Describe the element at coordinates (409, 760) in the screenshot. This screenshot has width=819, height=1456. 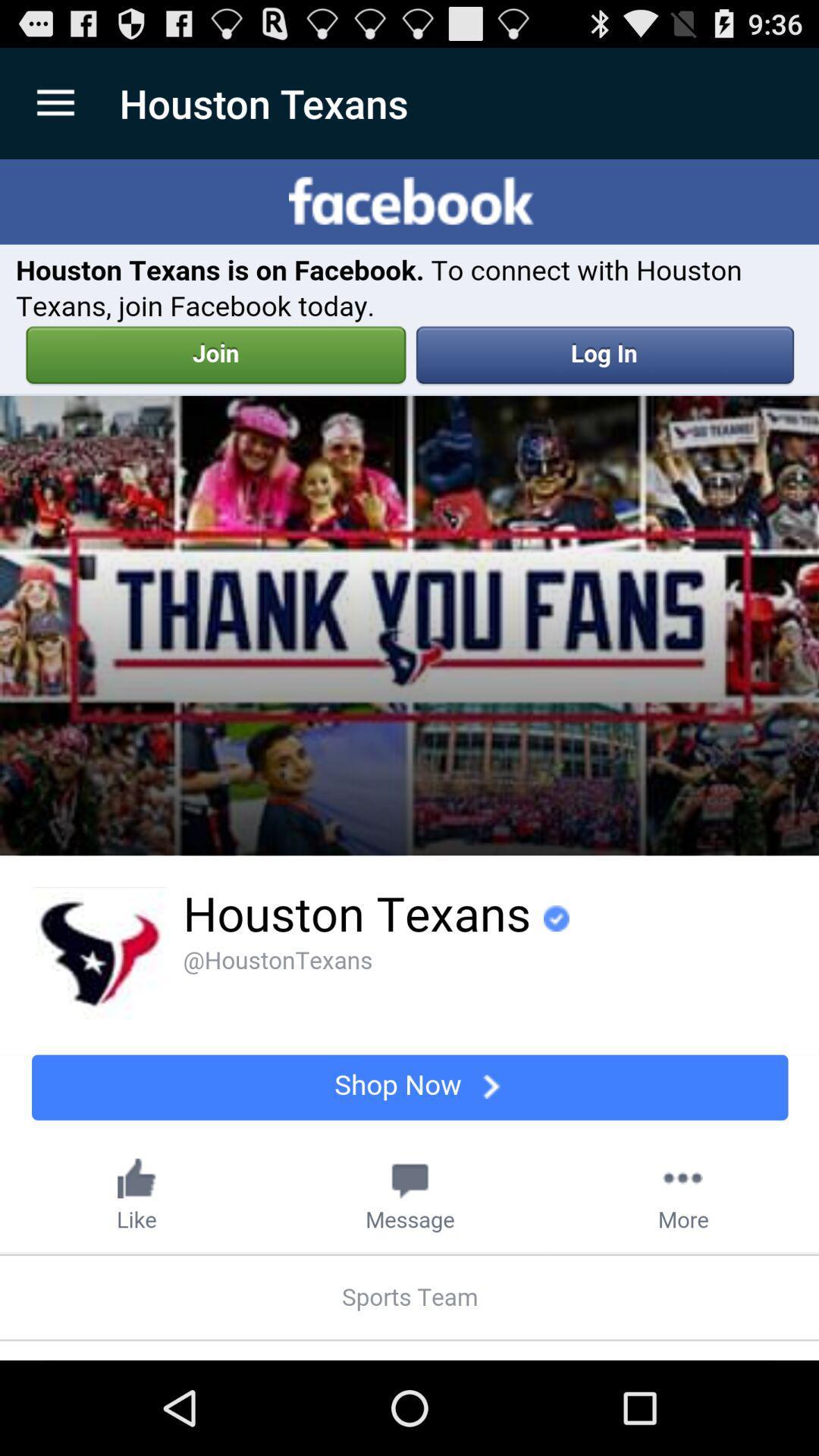
I see `see an image` at that location.